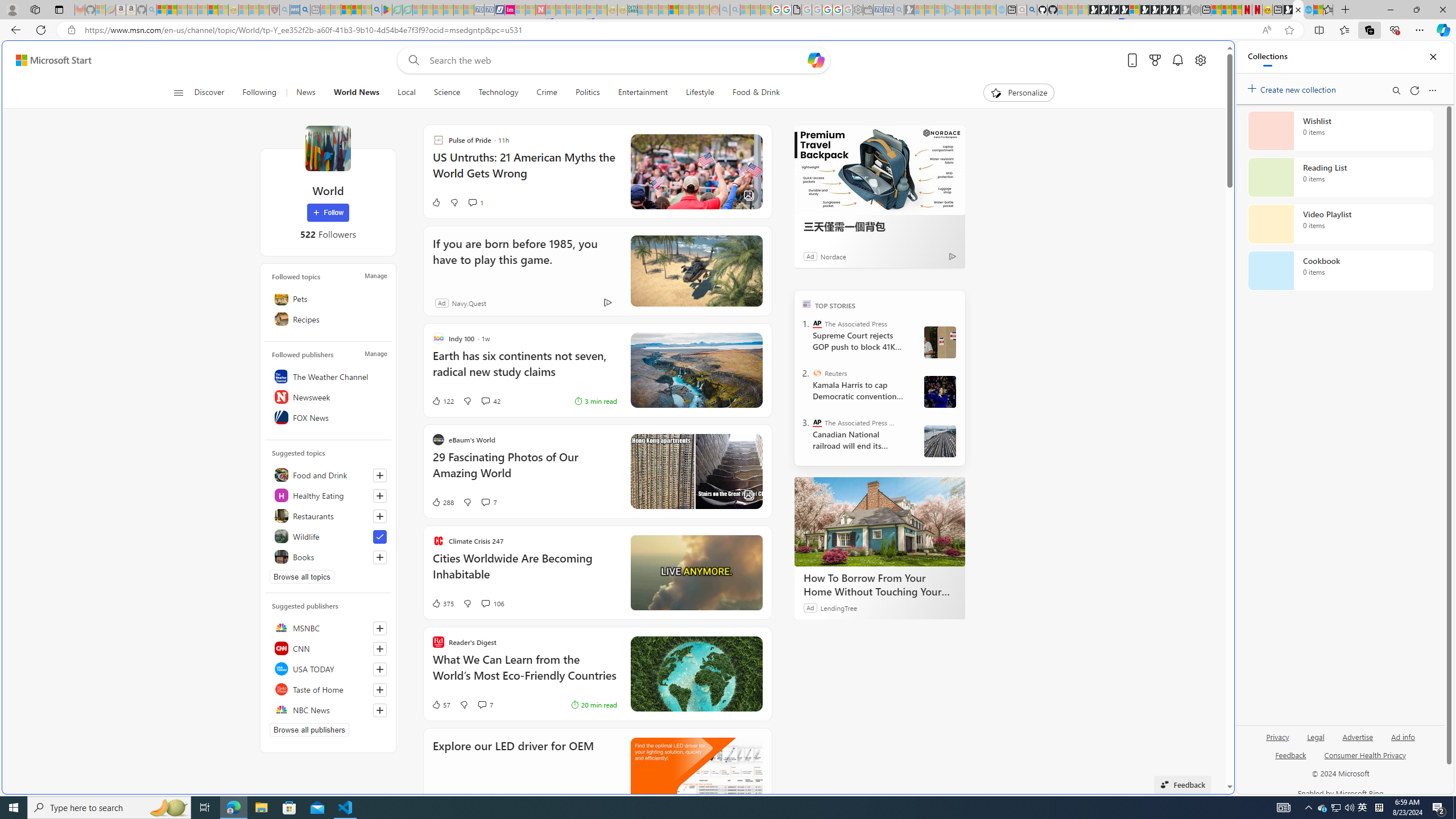  Describe the element at coordinates (1032, 9) in the screenshot. I see `'github - Search'` at that location.